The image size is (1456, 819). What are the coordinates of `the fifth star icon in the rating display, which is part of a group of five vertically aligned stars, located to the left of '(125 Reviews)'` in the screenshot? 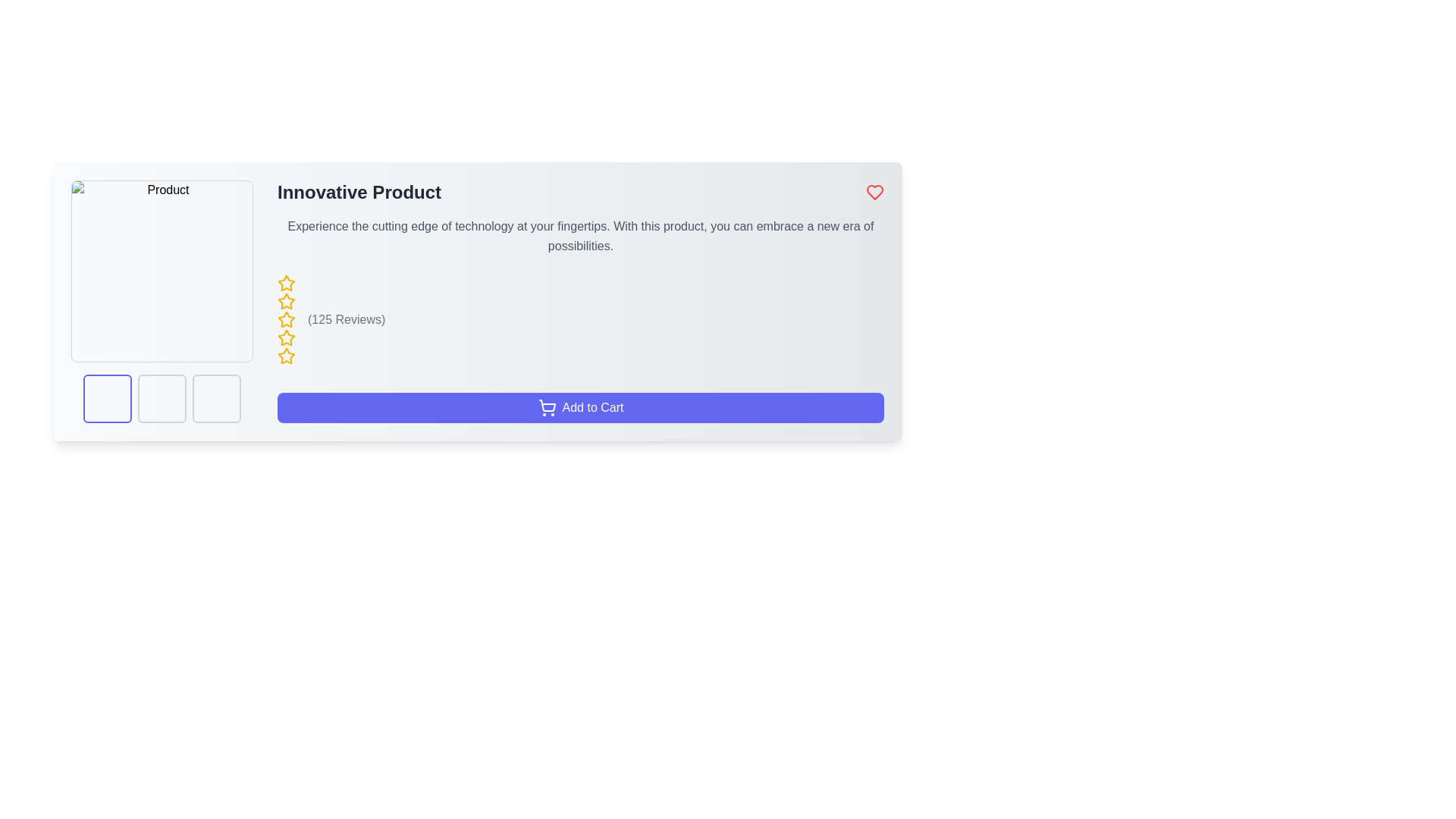 It's located at (287, 356).